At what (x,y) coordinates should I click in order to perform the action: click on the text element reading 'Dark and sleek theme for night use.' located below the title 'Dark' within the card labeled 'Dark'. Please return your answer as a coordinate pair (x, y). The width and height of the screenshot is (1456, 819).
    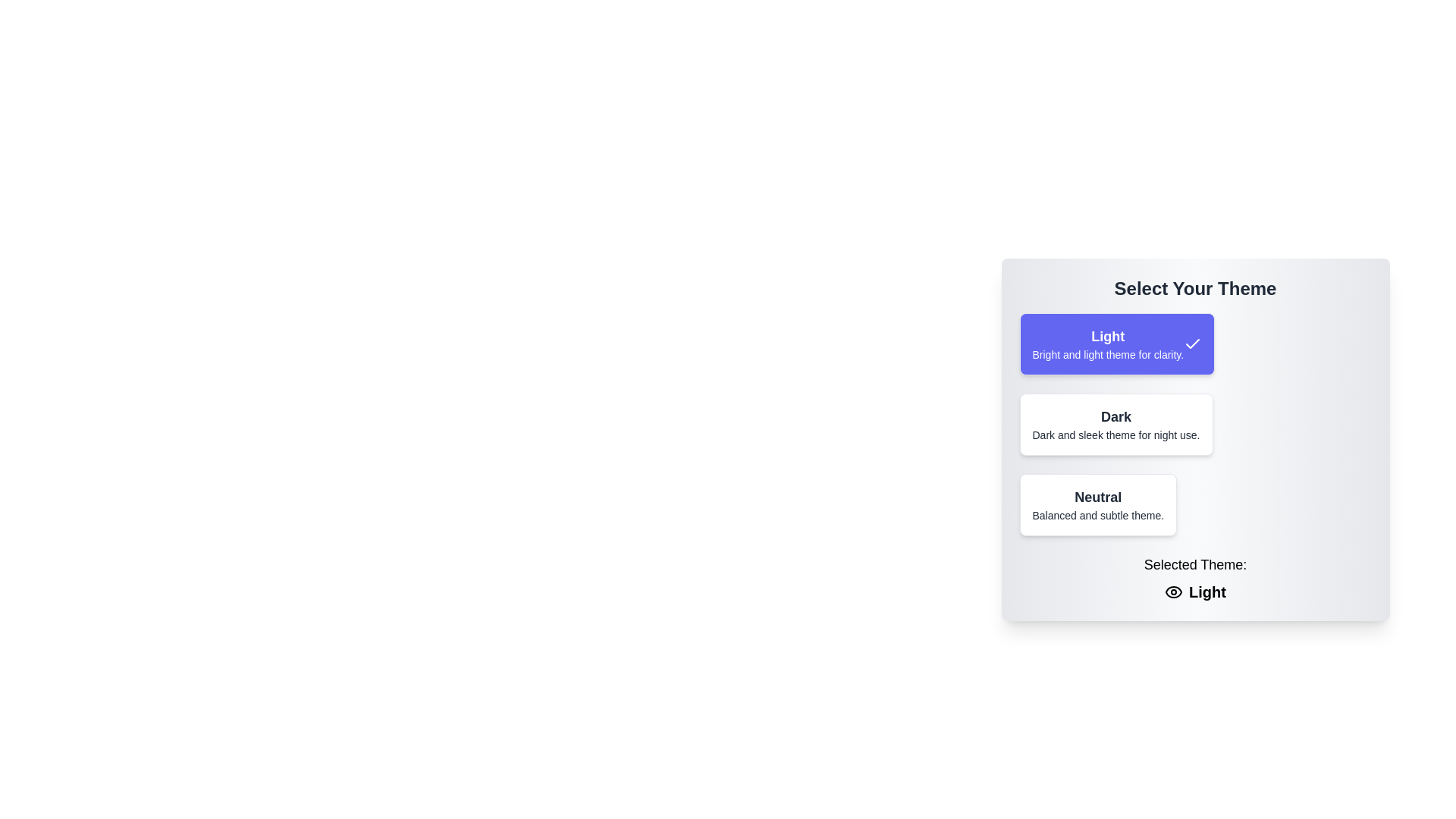
    Looking at the image, I should click on (1116, 435).